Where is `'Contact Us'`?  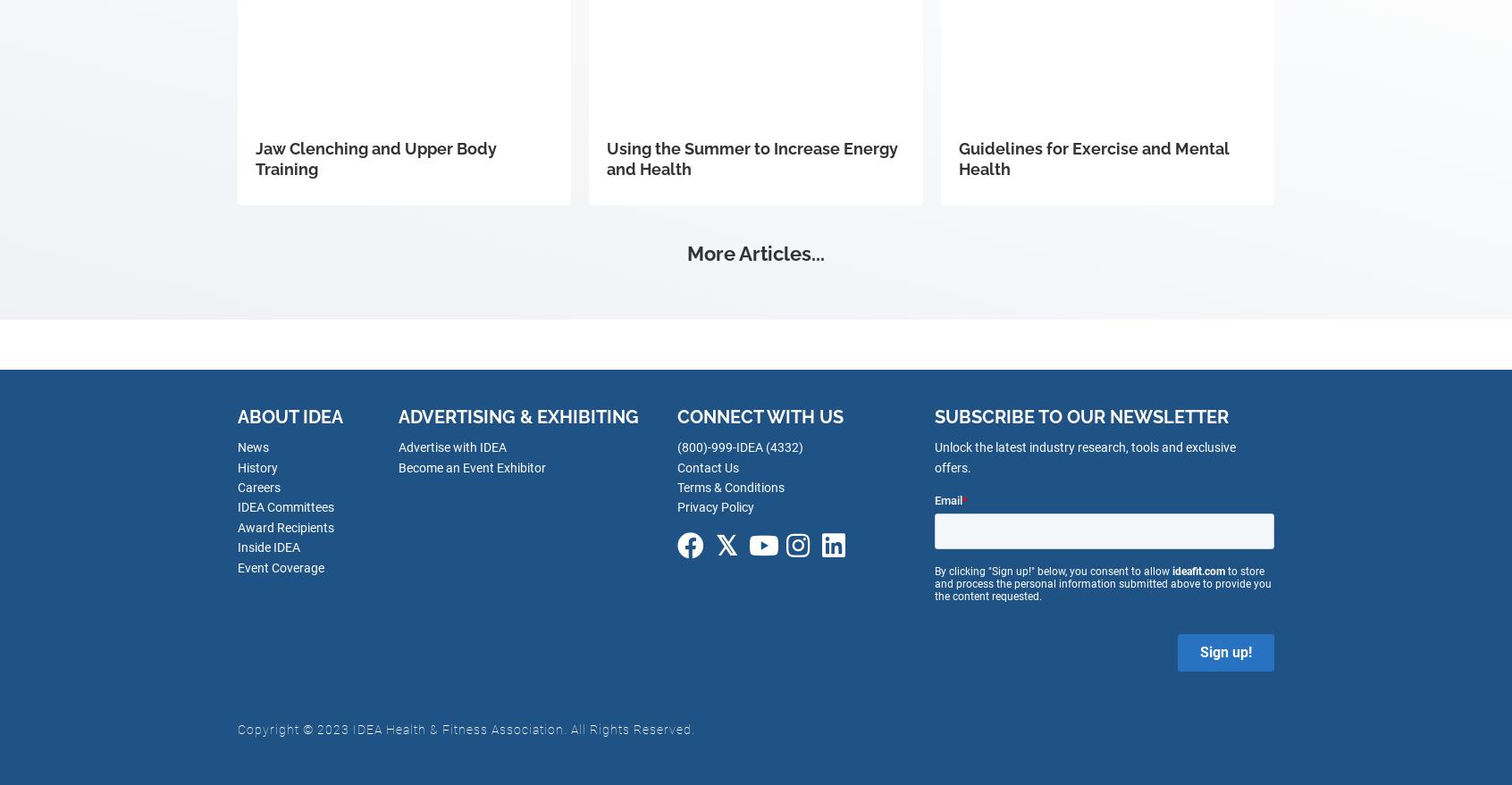 'Contact Us' is located at coordinates (708, 467).